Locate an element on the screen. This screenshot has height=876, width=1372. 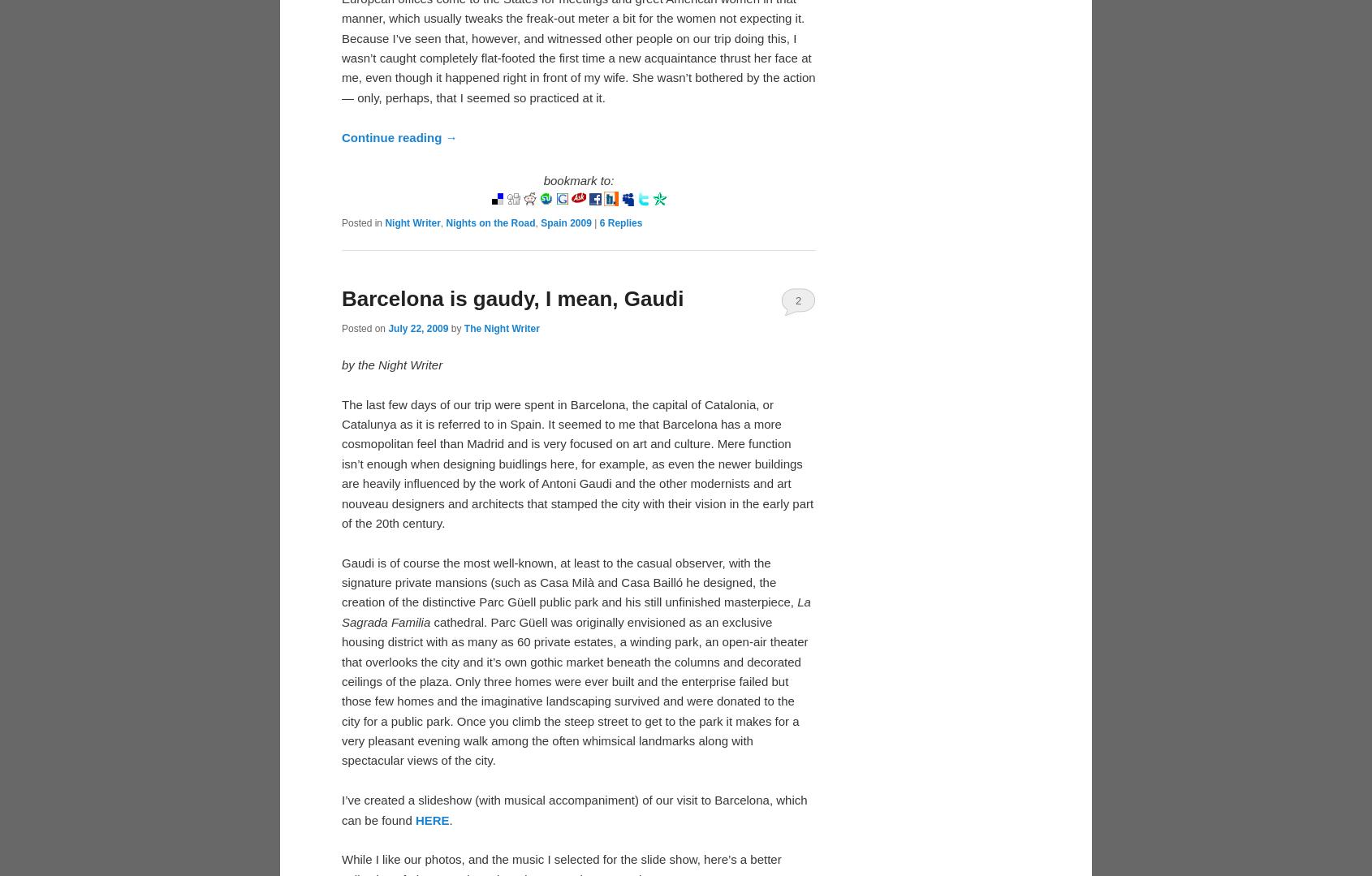
'The Night Writer' is located at coordinates (463, 326).